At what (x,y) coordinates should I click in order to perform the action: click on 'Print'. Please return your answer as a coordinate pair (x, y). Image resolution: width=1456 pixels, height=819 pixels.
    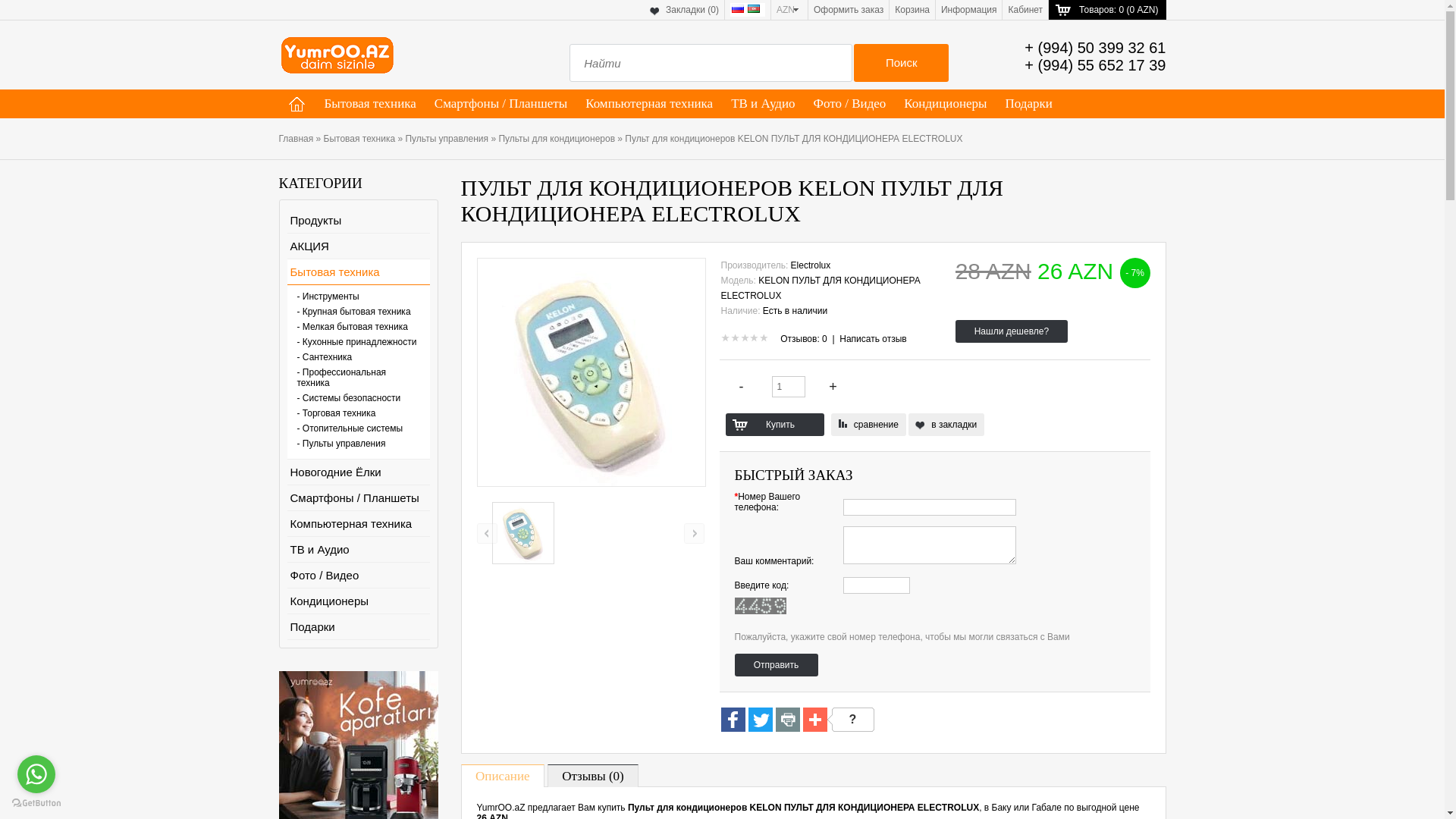
    Looking at the image, I should click on (786, 718).